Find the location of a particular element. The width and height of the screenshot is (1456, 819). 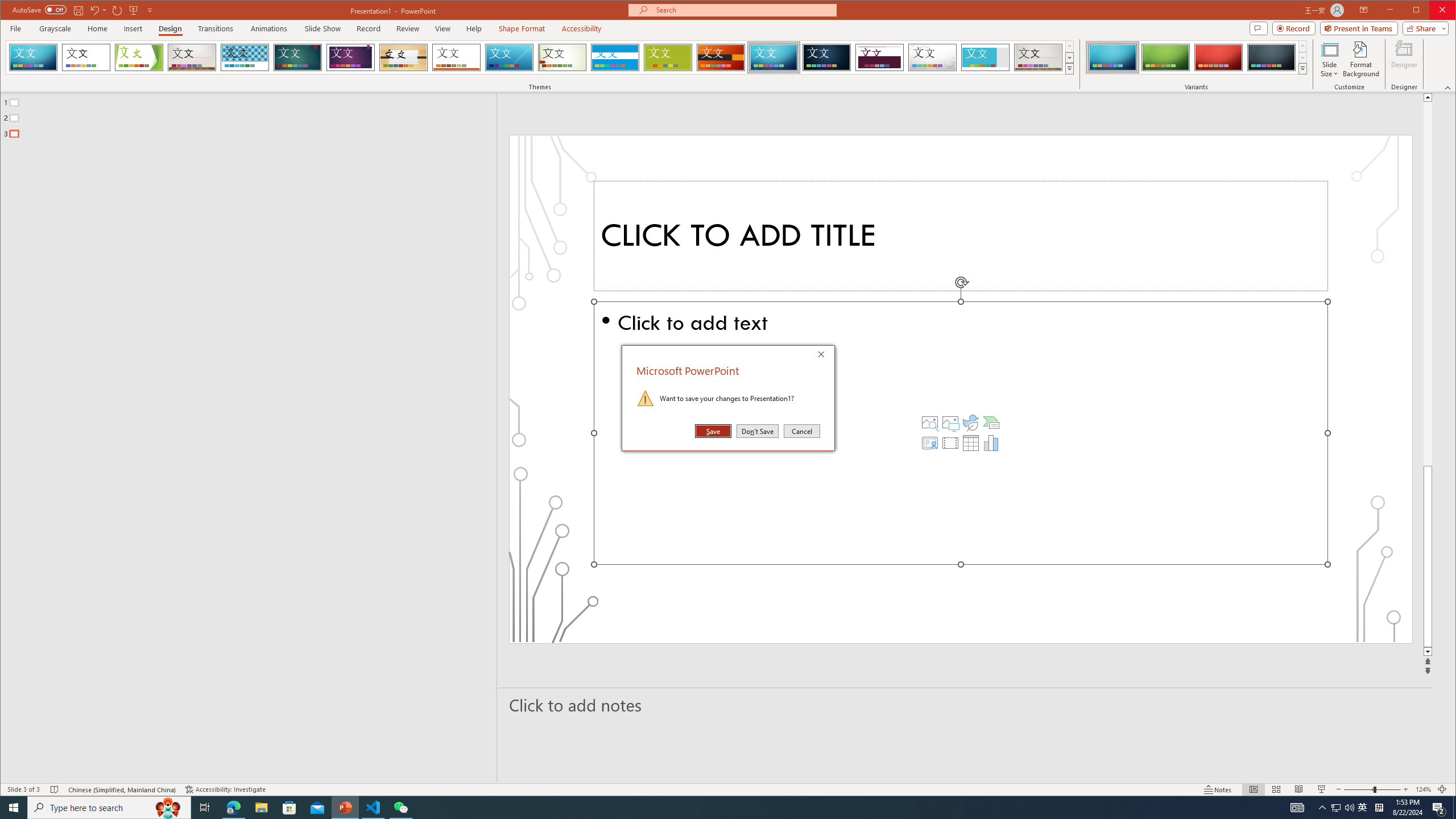

'Insert Video' is located at coordinates (950, 442).